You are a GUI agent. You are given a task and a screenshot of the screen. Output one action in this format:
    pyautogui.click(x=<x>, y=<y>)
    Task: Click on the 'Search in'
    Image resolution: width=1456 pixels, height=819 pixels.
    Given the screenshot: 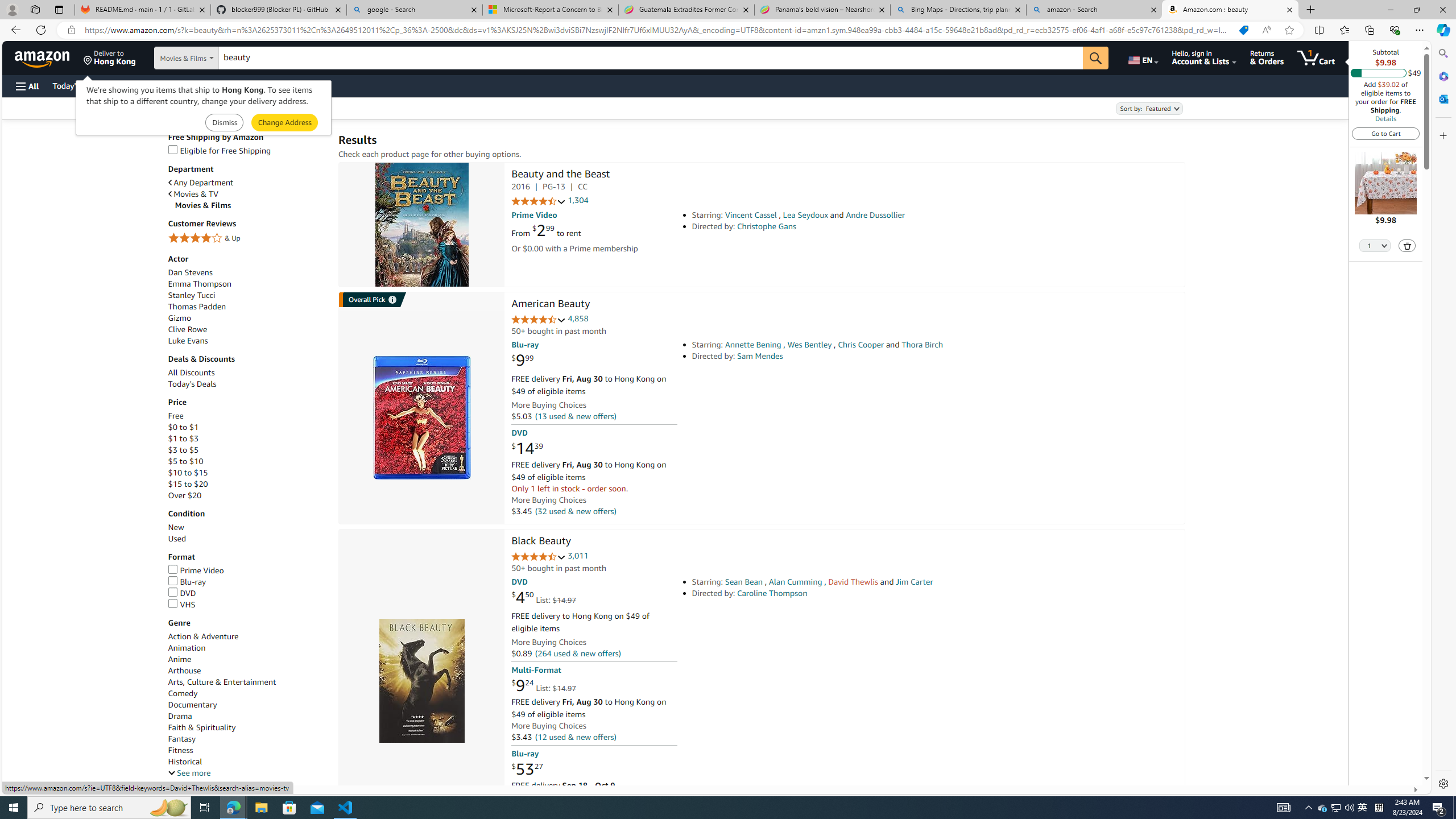 What is the action you would take?
    pyautogui.click(x=210, y=58)
    